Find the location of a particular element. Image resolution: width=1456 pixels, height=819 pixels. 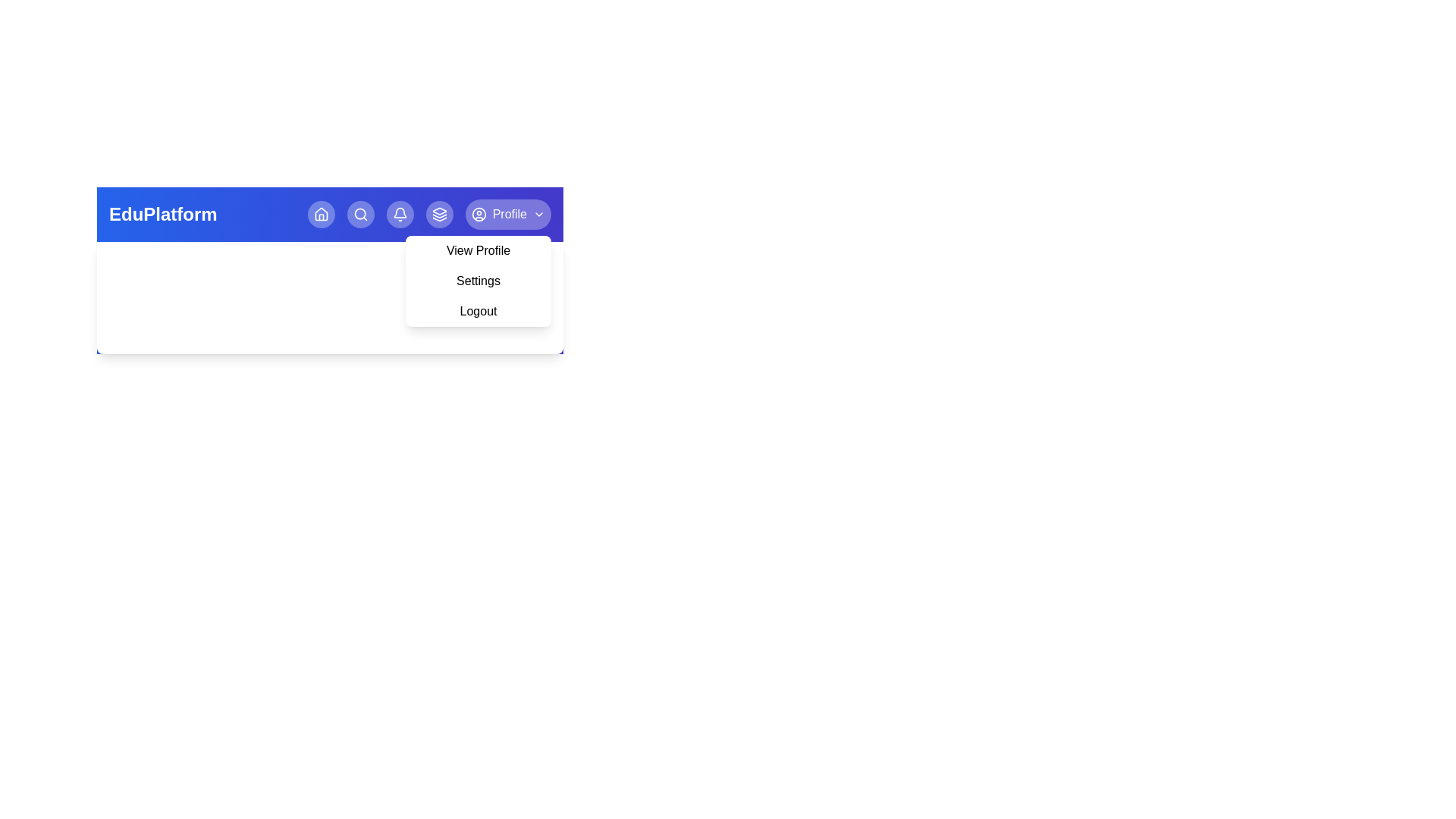

the Bell navigation button in the header is located at coordinates (400, 214).